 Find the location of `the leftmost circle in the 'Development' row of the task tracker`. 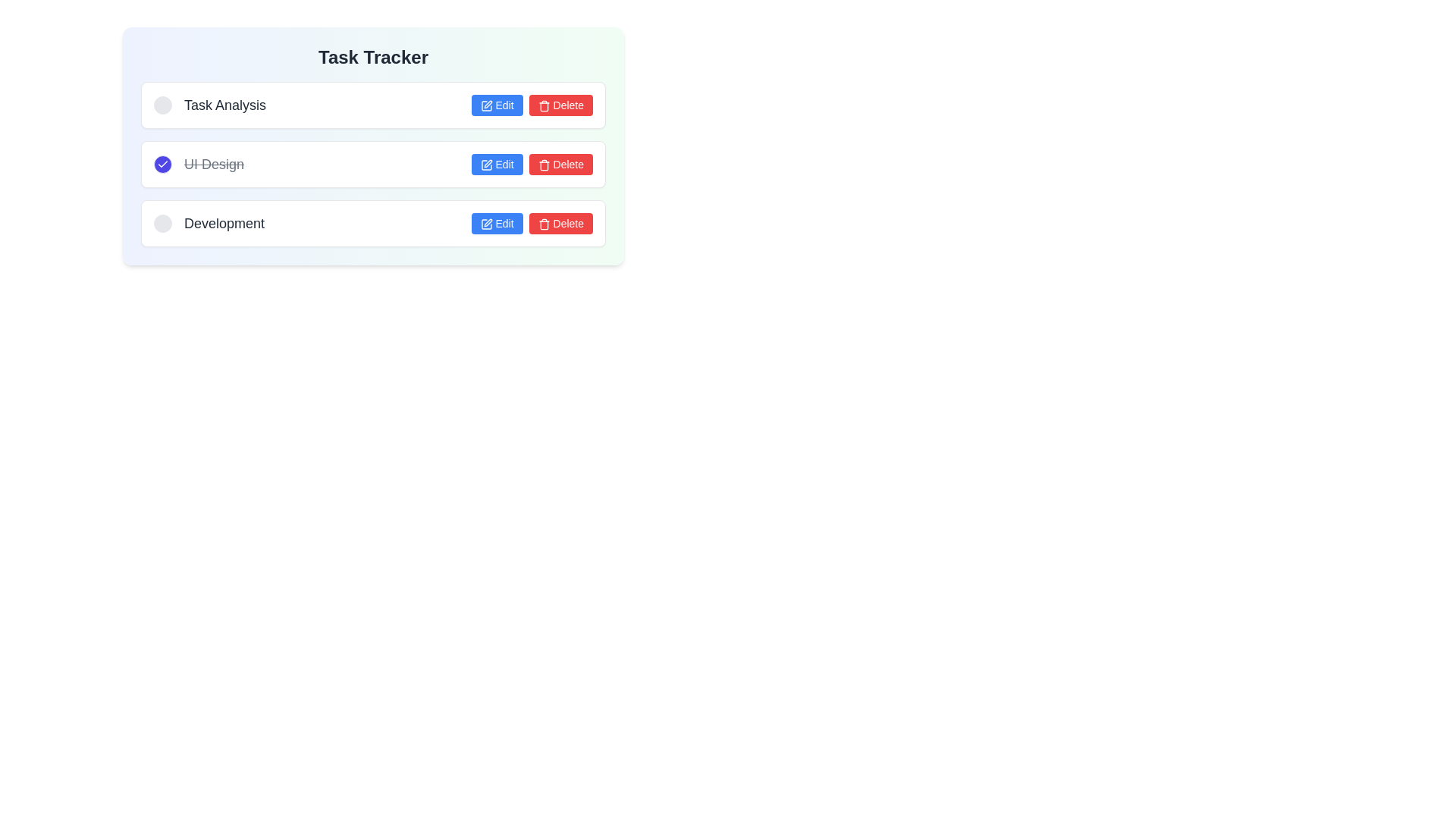

the leftmost circle in the 'Development' row of the task tracker is located at coordinates (163, 223).